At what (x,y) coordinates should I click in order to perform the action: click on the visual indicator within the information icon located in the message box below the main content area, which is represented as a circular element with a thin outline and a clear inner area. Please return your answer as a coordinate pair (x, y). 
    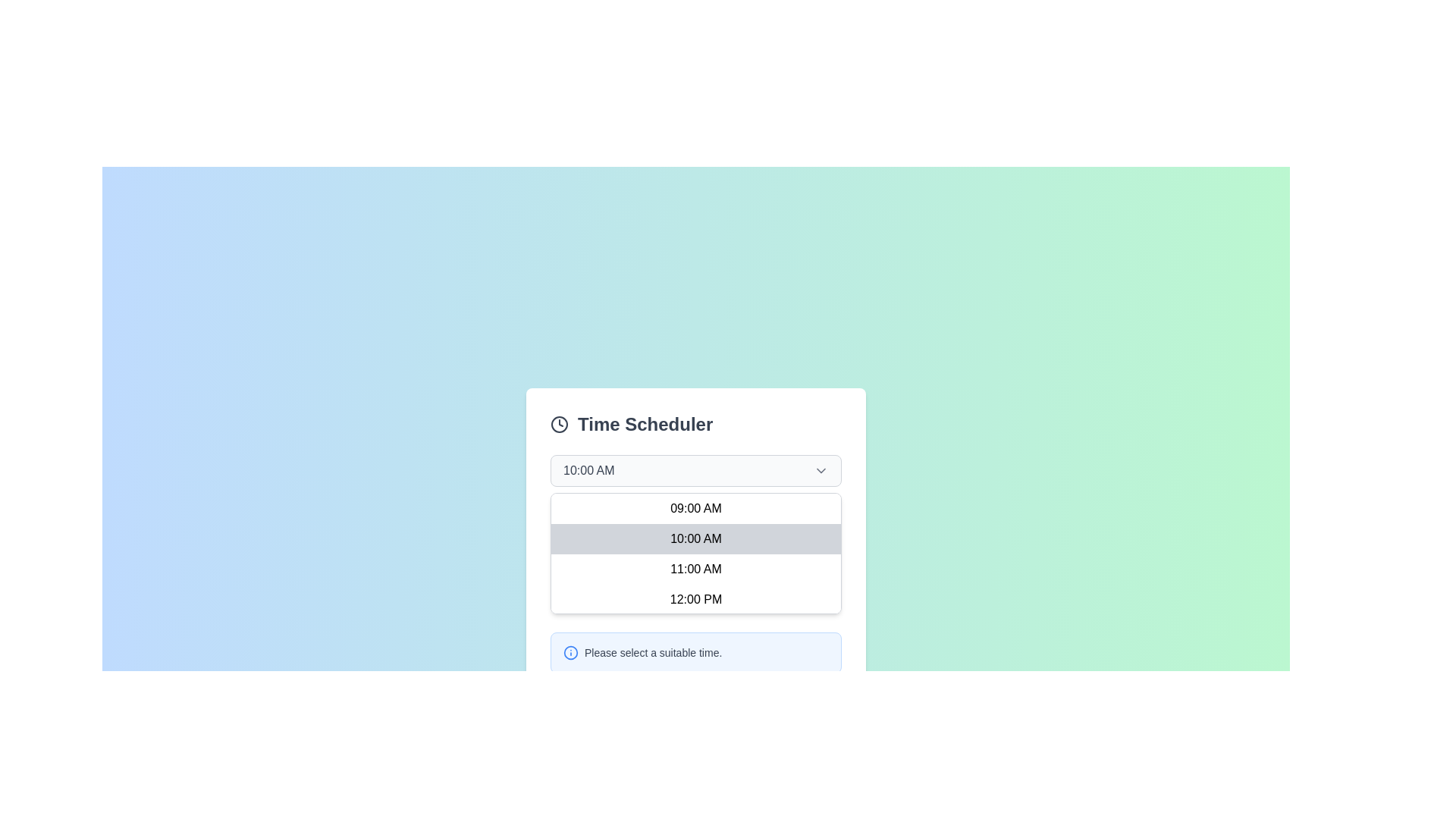
    Looking at the image, I should click on (570, 651).